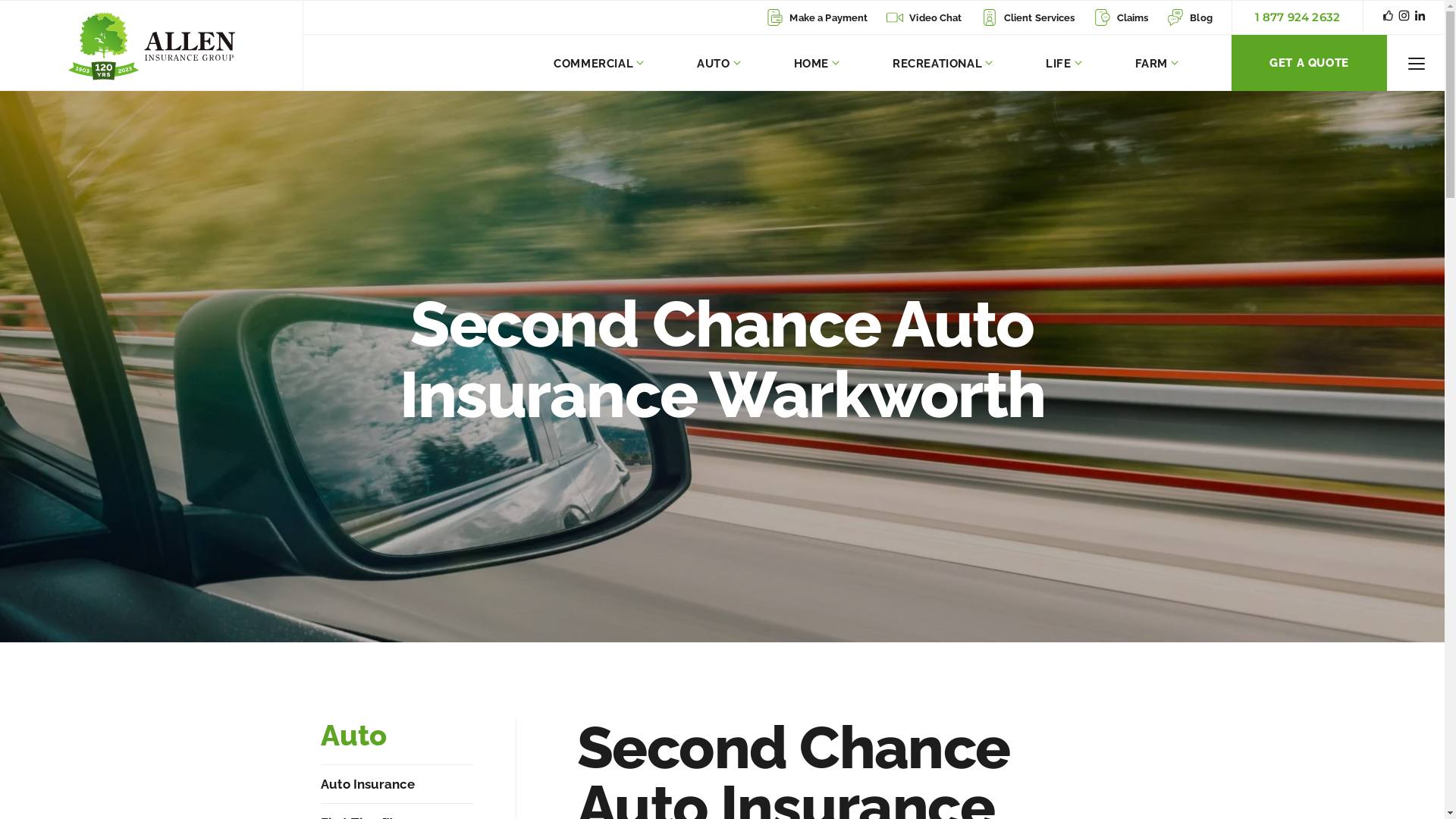 The image size is (1456, 819). What do you see at coordinates (1189, 17) in the screenshot?
I see `'Blog'` at bounding box center [1189, 17].